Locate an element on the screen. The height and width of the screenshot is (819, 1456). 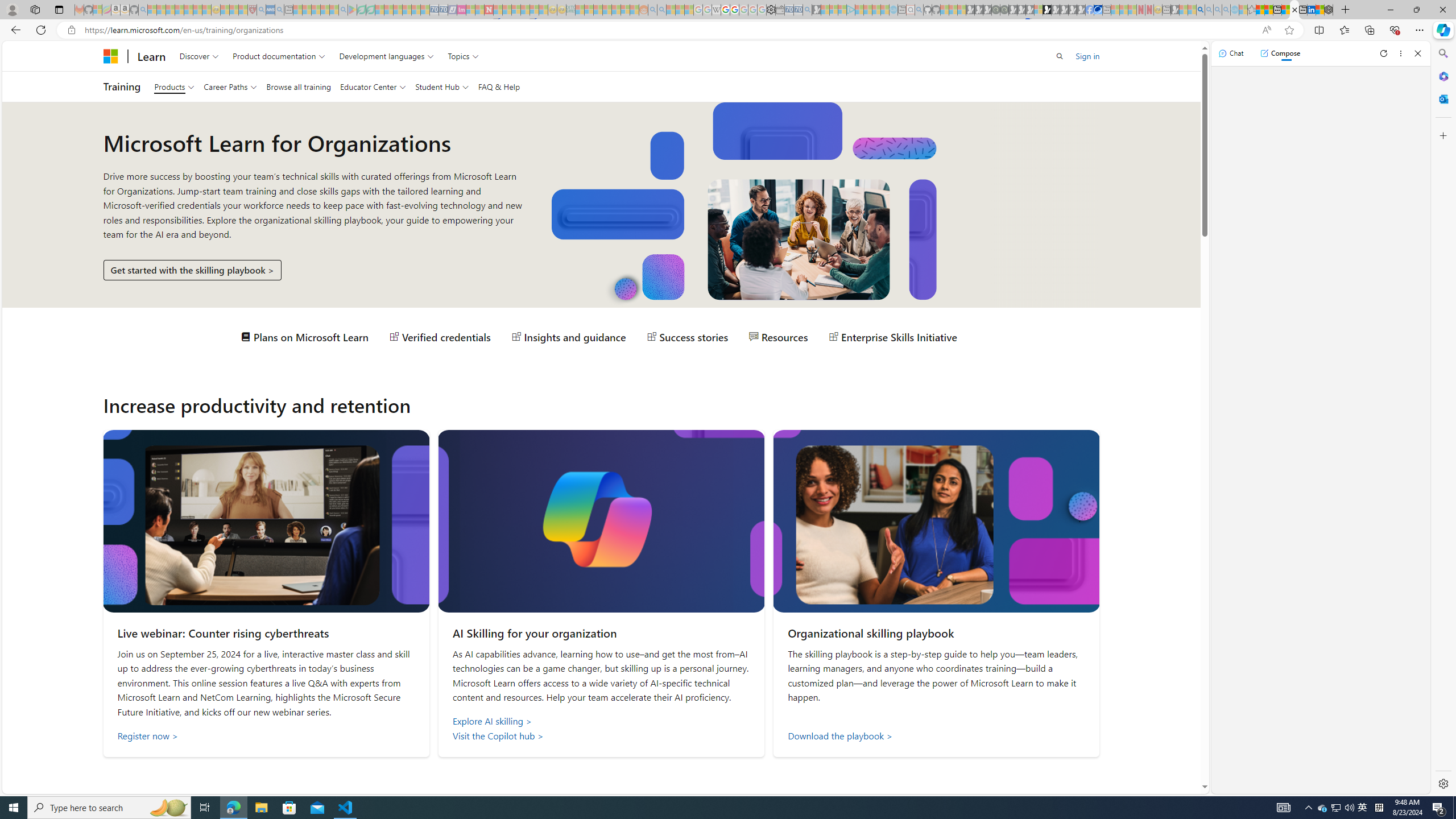
'Topics' is located at coordinates (463, 55).